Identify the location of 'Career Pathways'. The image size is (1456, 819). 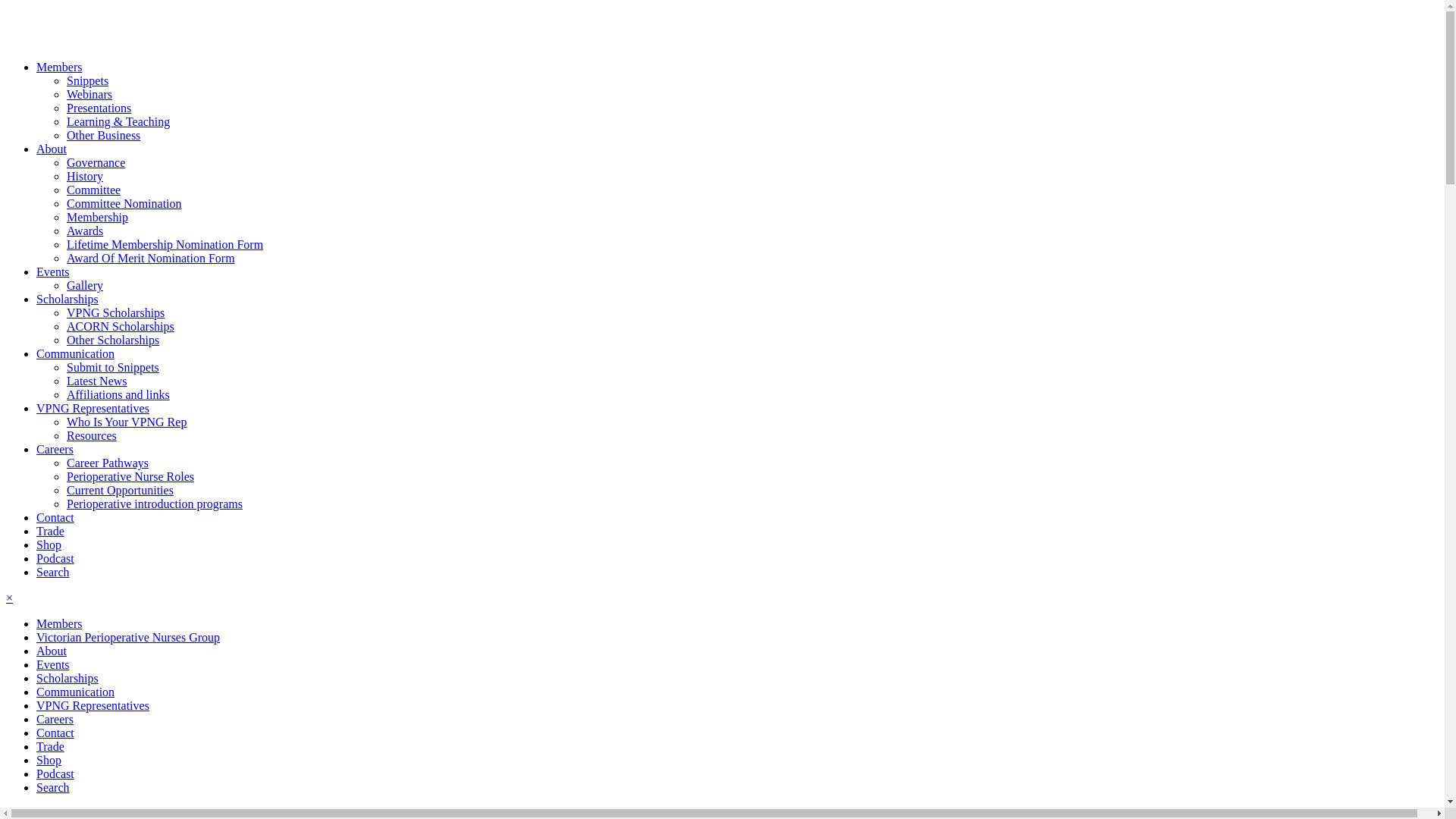
(107, 462).